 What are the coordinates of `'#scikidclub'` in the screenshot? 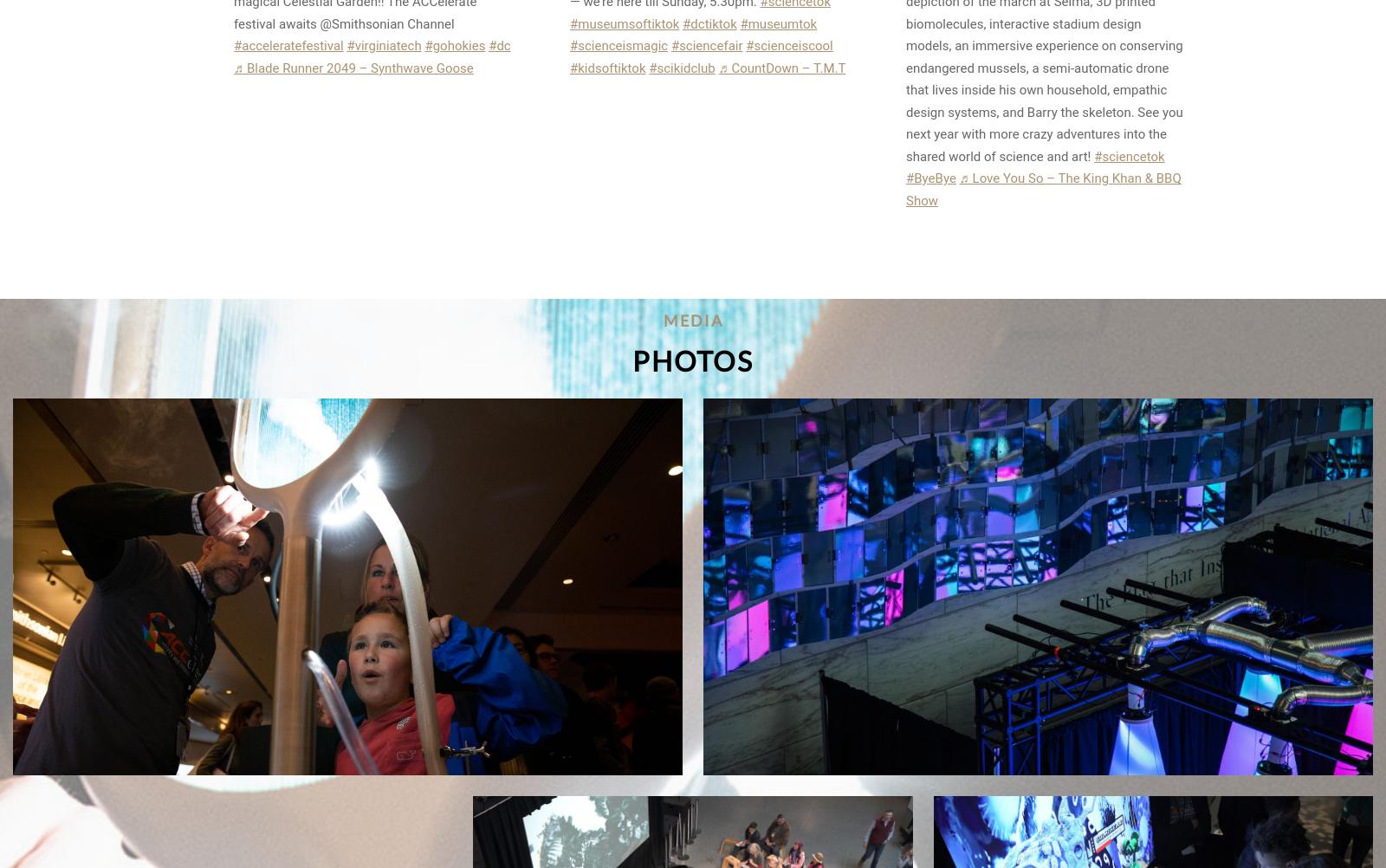 It's located at (682, 67).